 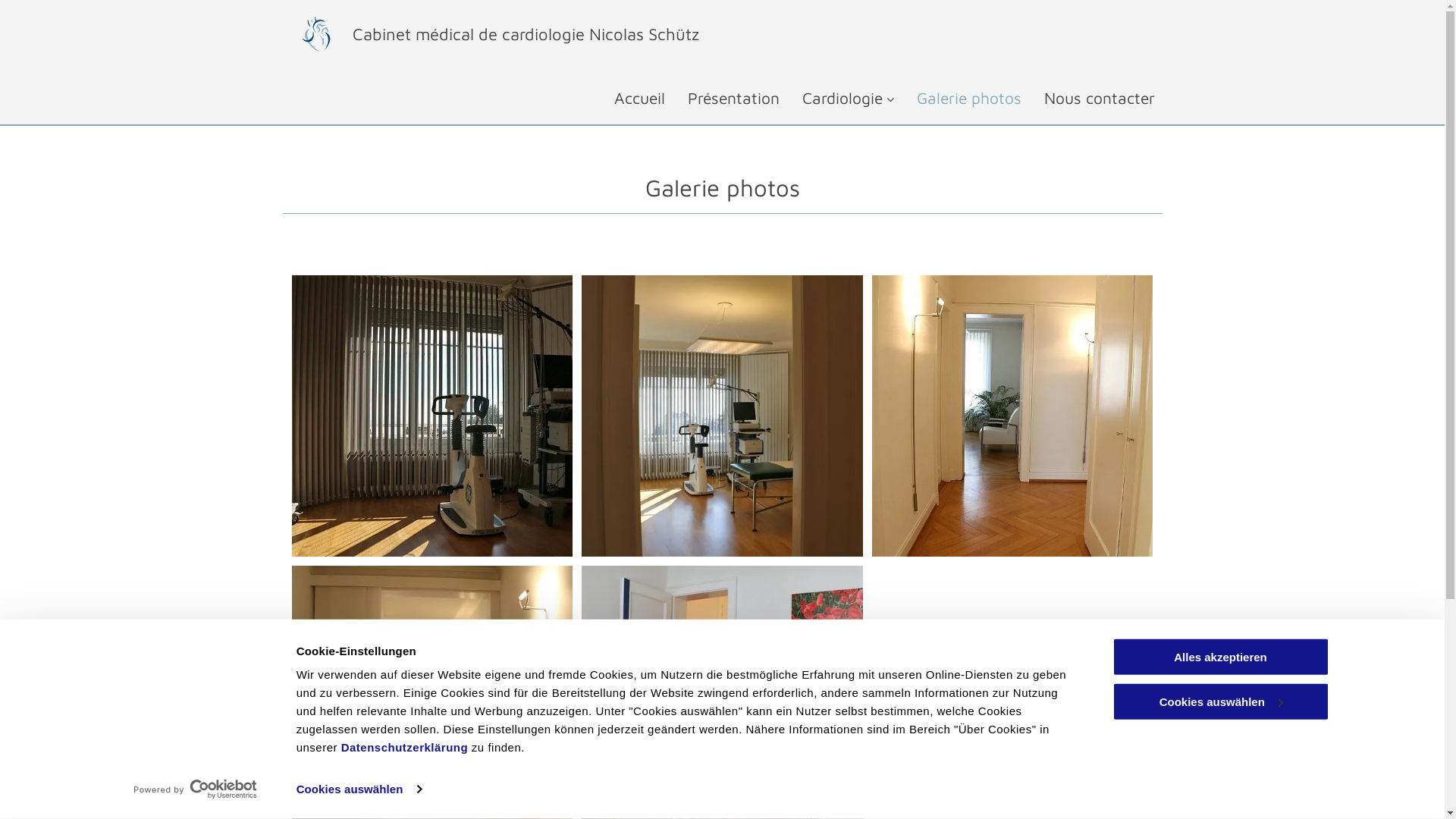 I want to click on 'Cardiologie', so click(x=836, y=97).